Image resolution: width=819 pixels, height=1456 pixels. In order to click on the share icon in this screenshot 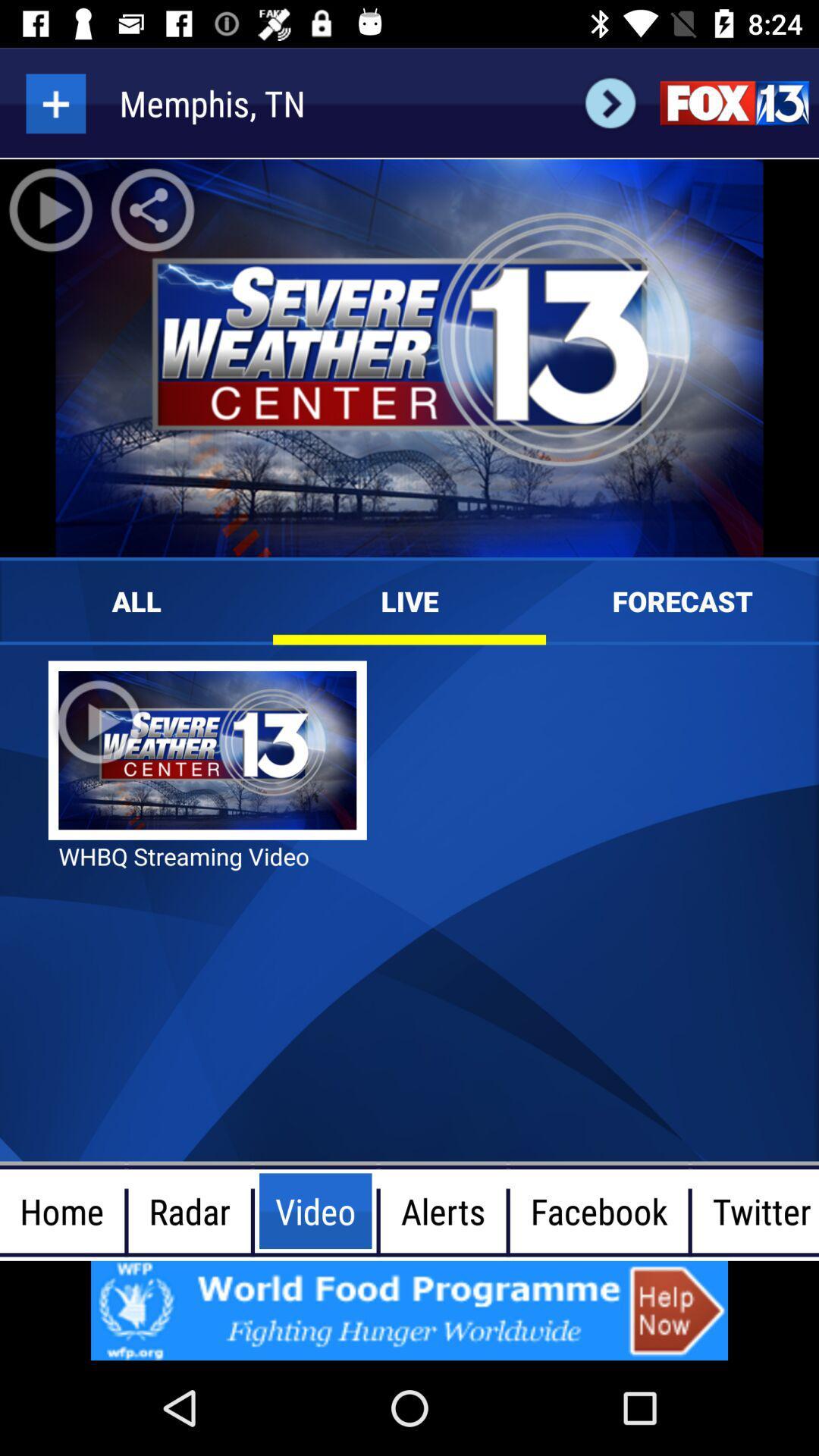, I will do `click(152, 209)`.